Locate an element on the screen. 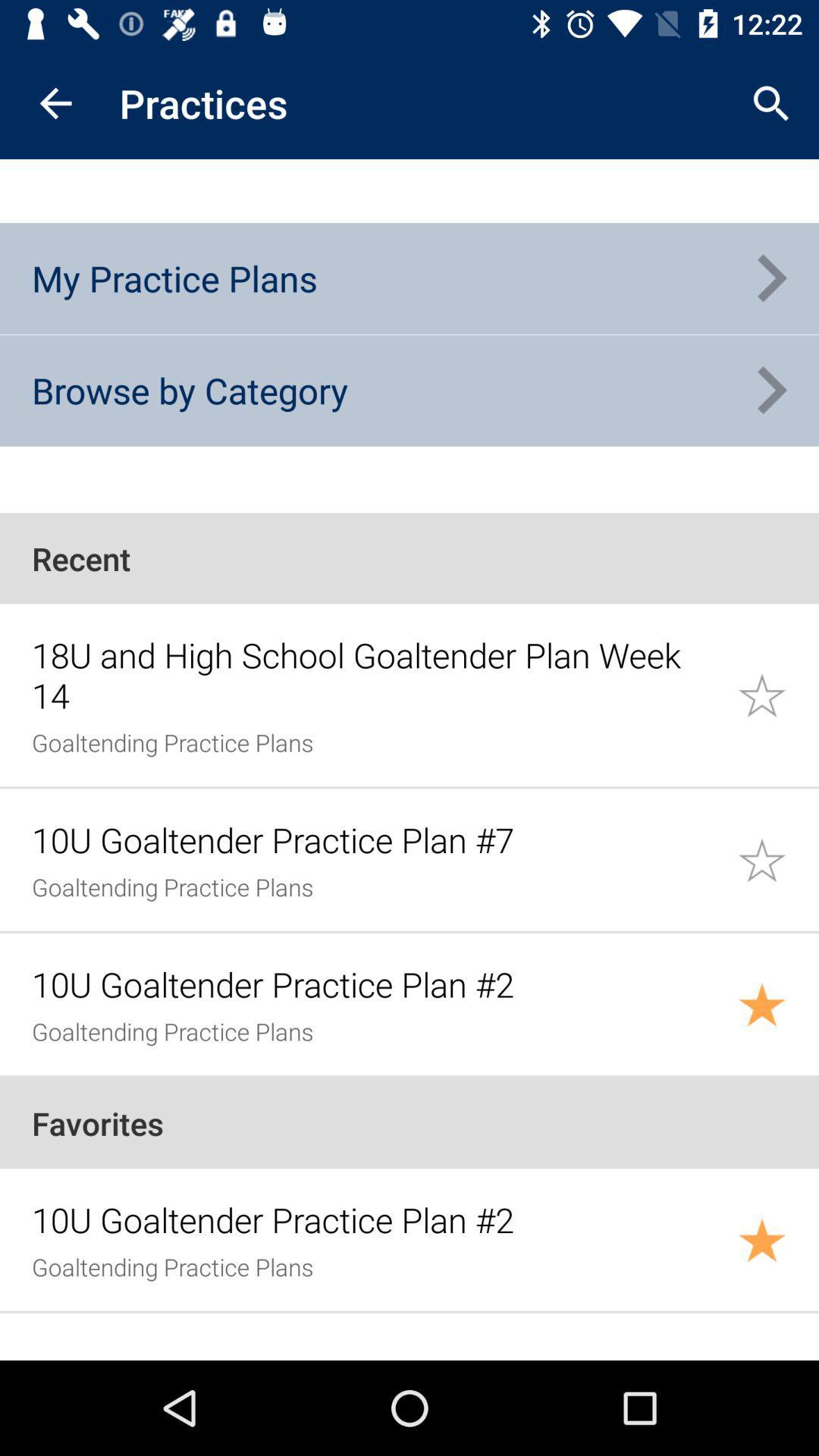  item above the recent is located at coordinates (189, 390).